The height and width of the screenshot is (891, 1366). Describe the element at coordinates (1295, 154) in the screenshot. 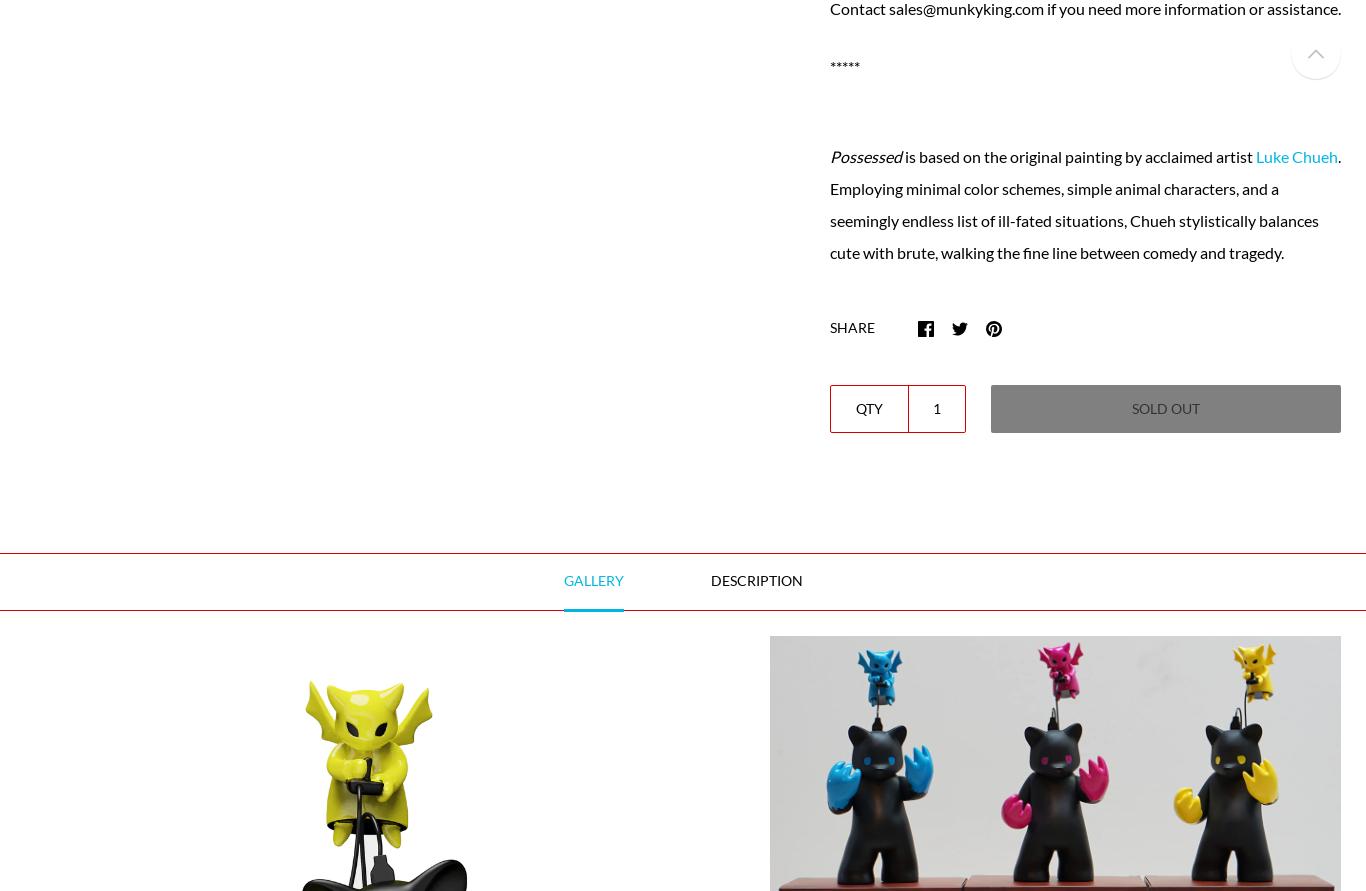

I see `'Luke Chueh'` at that location.